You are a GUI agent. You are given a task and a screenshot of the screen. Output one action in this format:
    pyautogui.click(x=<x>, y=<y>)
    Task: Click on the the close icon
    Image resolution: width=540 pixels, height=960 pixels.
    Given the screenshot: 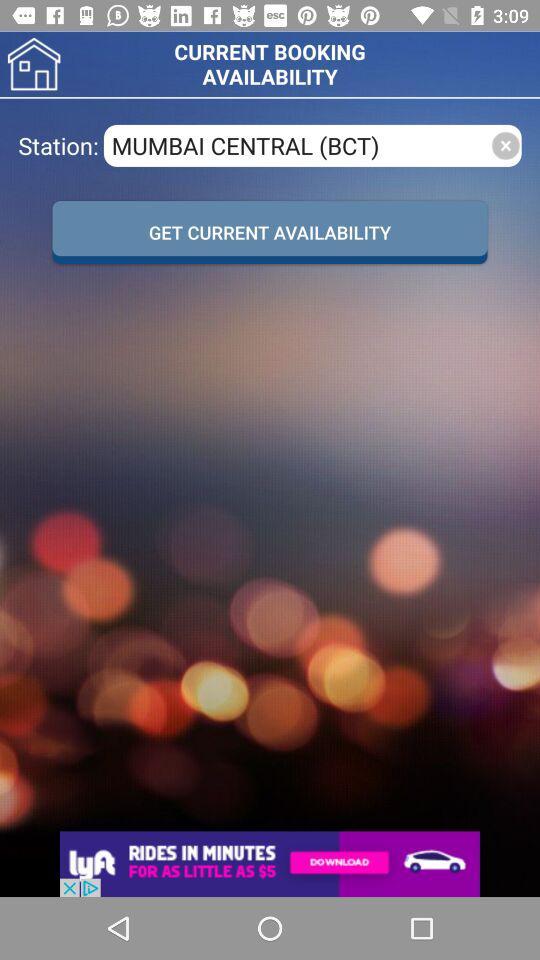 What is the action you would take?
    pyautogui.click(x=504, y=144)
    